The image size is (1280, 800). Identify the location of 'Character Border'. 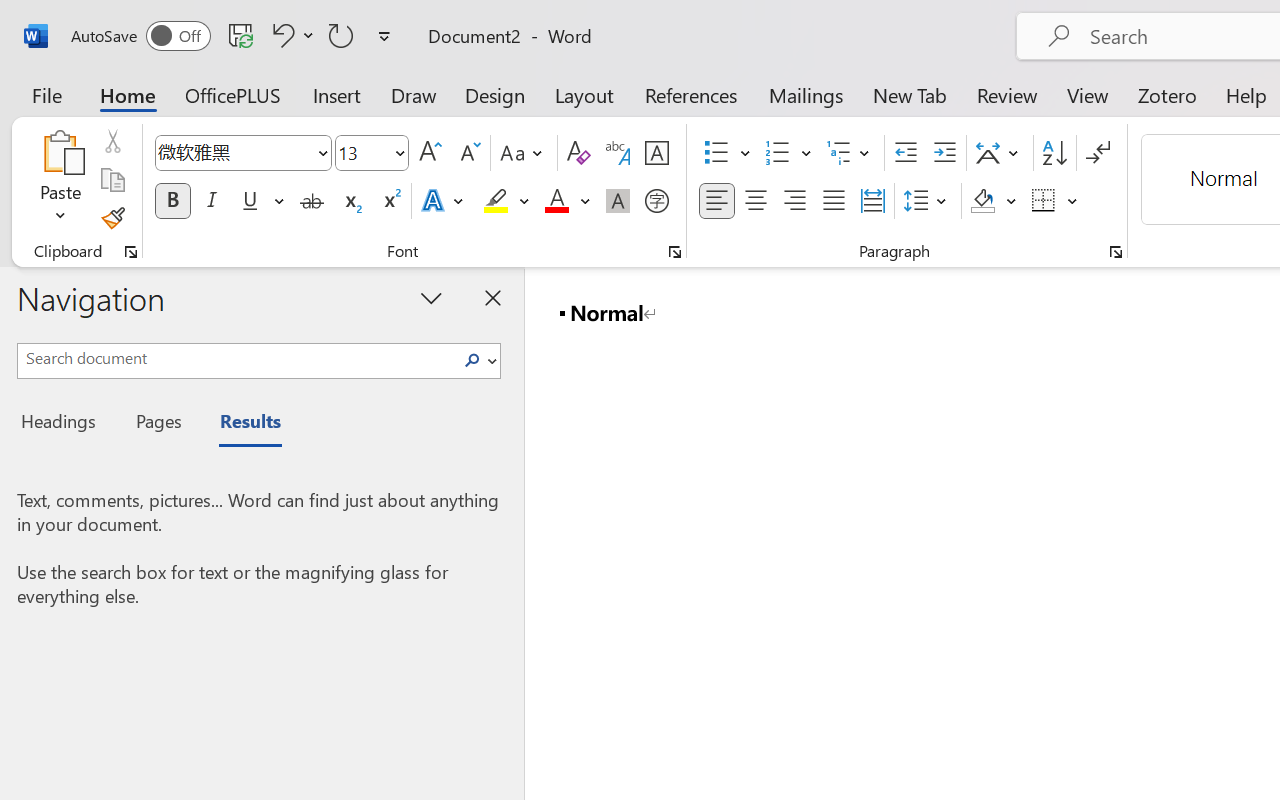
(656, 153).